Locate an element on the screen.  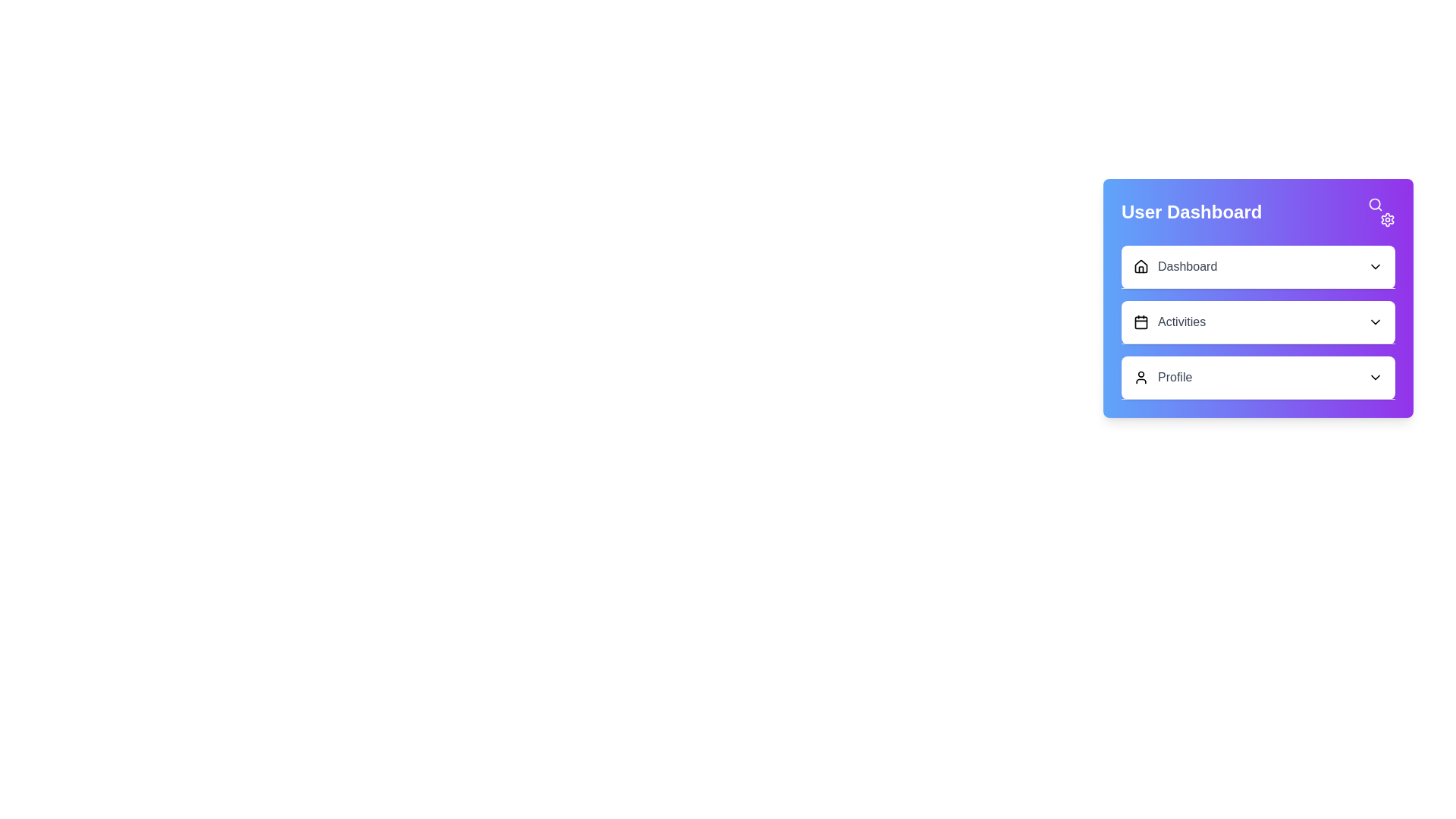
the small, downward-pointing chevron icon located at the extreme right of the 'Profile' segment within the 'User Dashboard' card is located at coordinates (1376, 376).